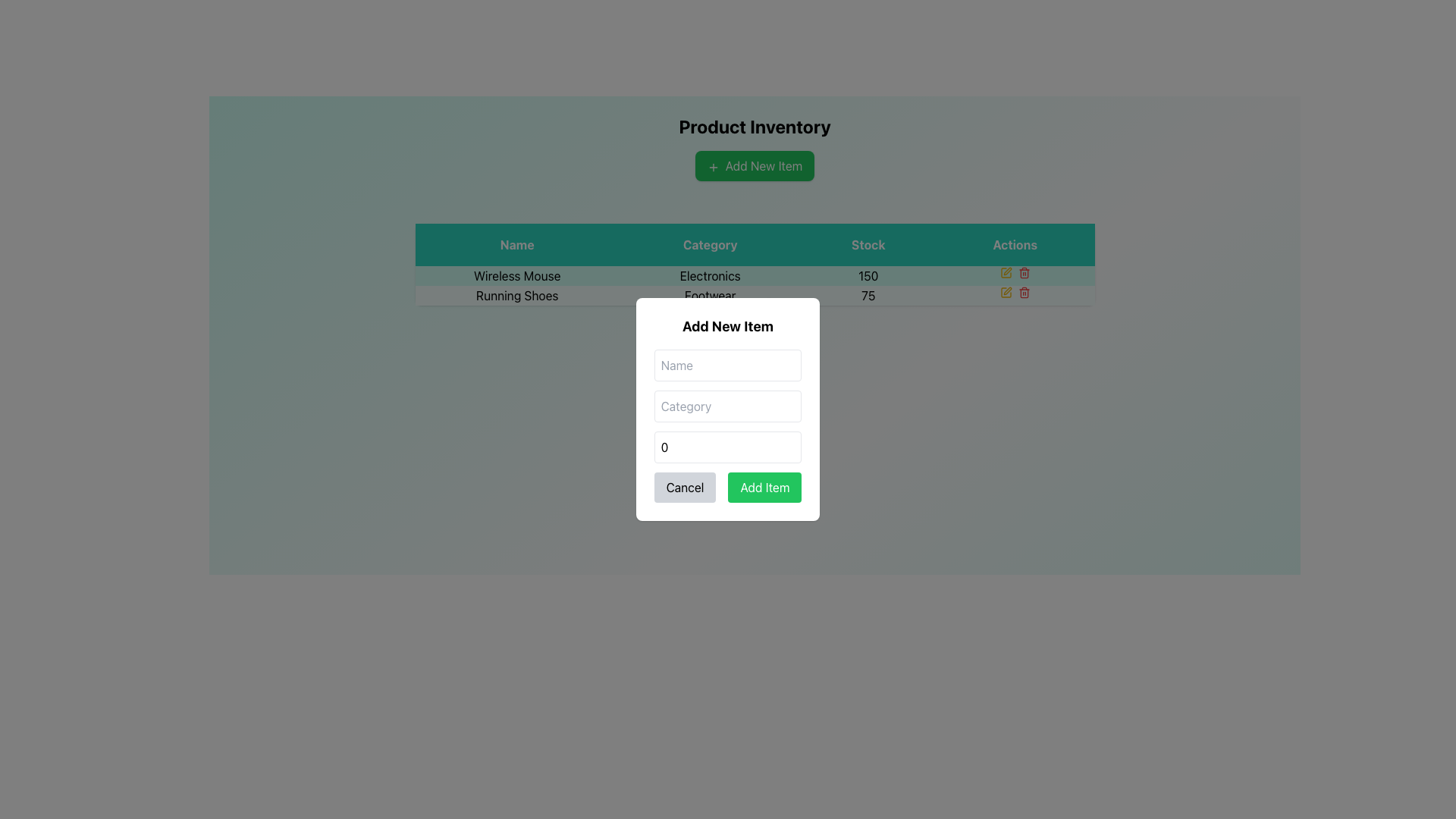 The height and width of the screenshot is (819, 1456). Describe the element at coordinates (712, 167) in the screenshot. I see `the '+' icon inside the 'Add New Item' button, which is centrally positioned at the top section of the interface` at that location.